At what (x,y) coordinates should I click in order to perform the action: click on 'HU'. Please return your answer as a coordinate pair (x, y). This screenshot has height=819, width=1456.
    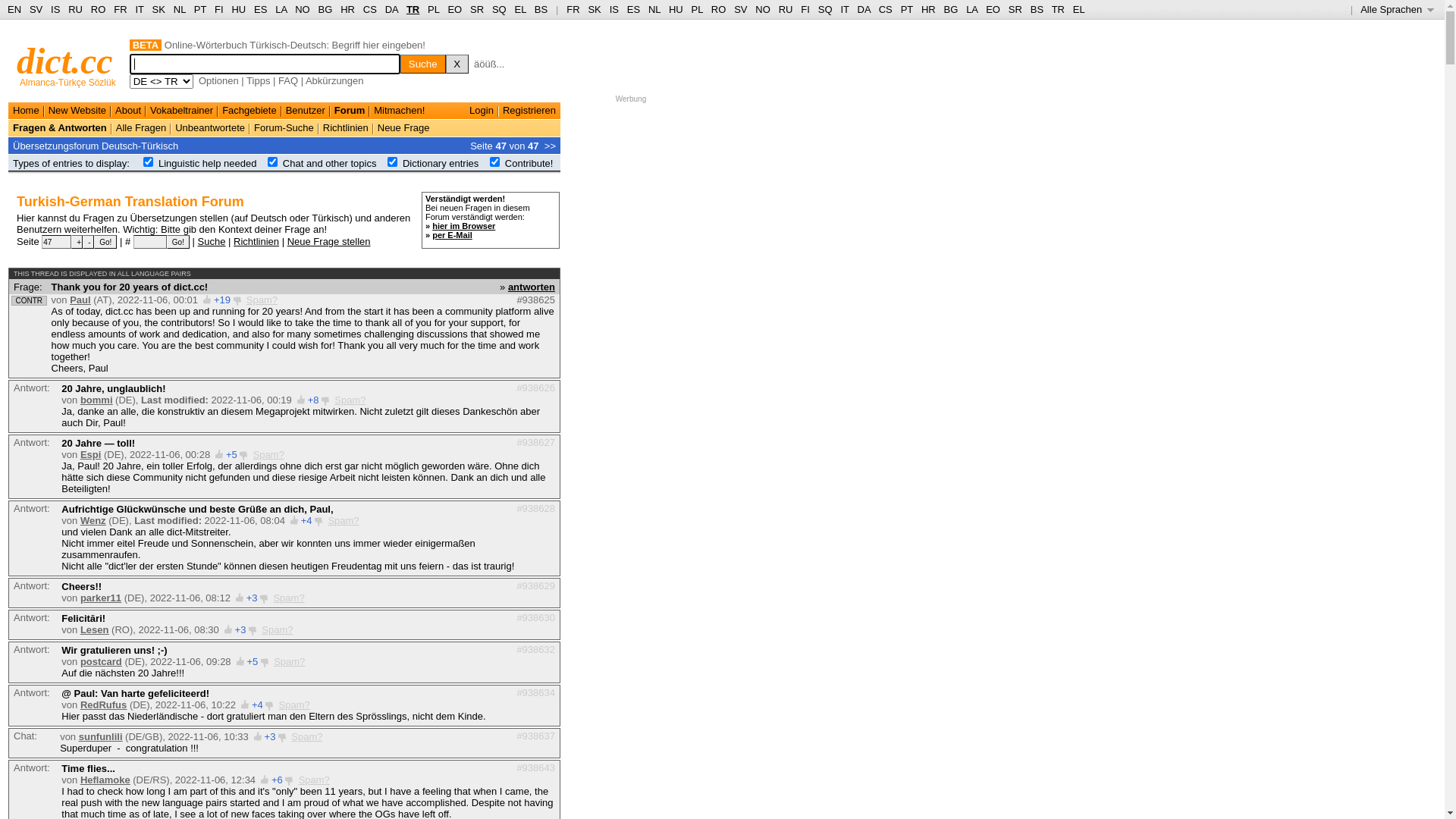
    Looking at the image, I should click on (675, 9).